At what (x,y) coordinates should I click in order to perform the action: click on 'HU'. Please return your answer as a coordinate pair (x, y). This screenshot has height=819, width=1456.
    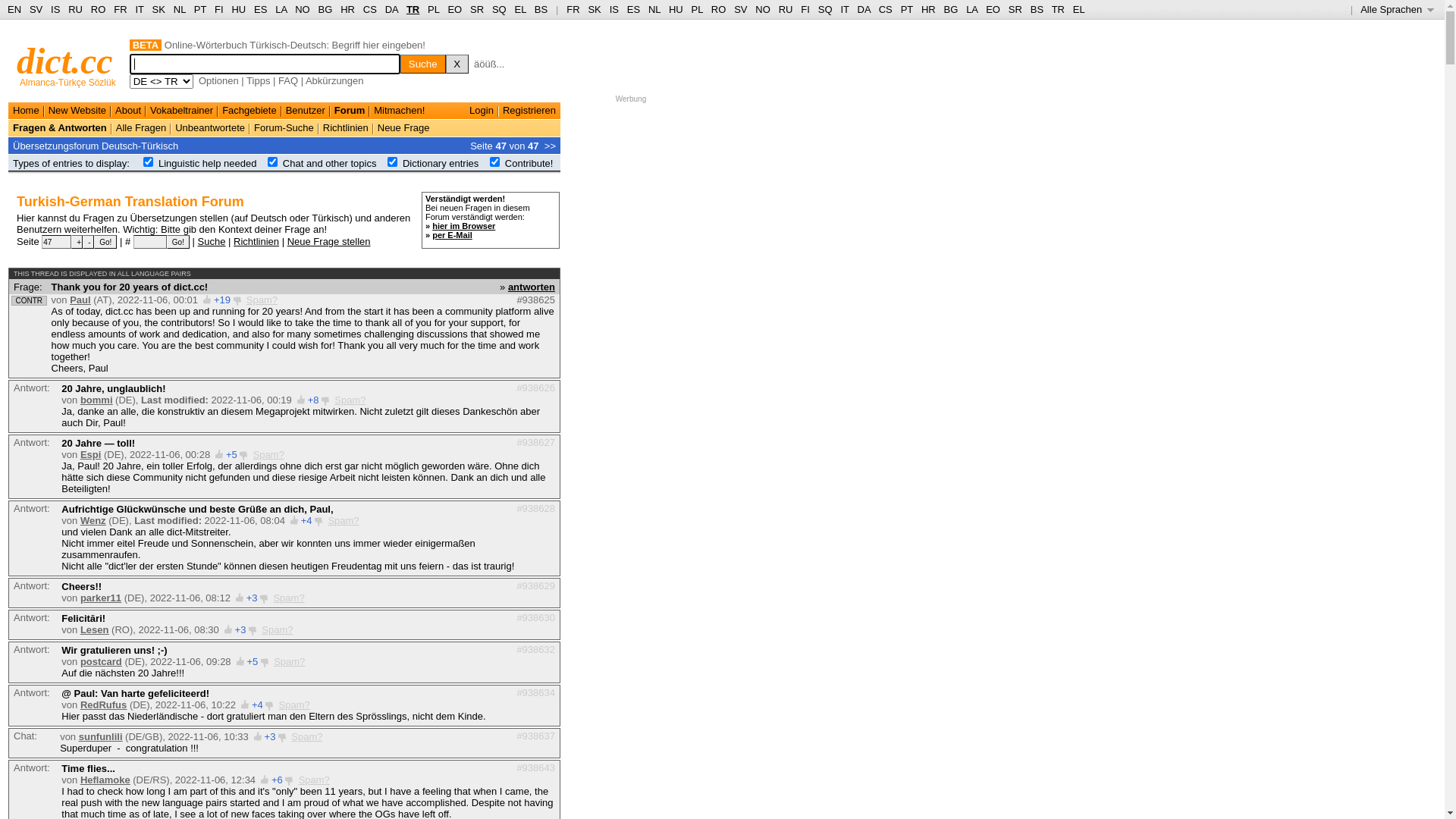
    Looking at the image, I should click on (675, 9).